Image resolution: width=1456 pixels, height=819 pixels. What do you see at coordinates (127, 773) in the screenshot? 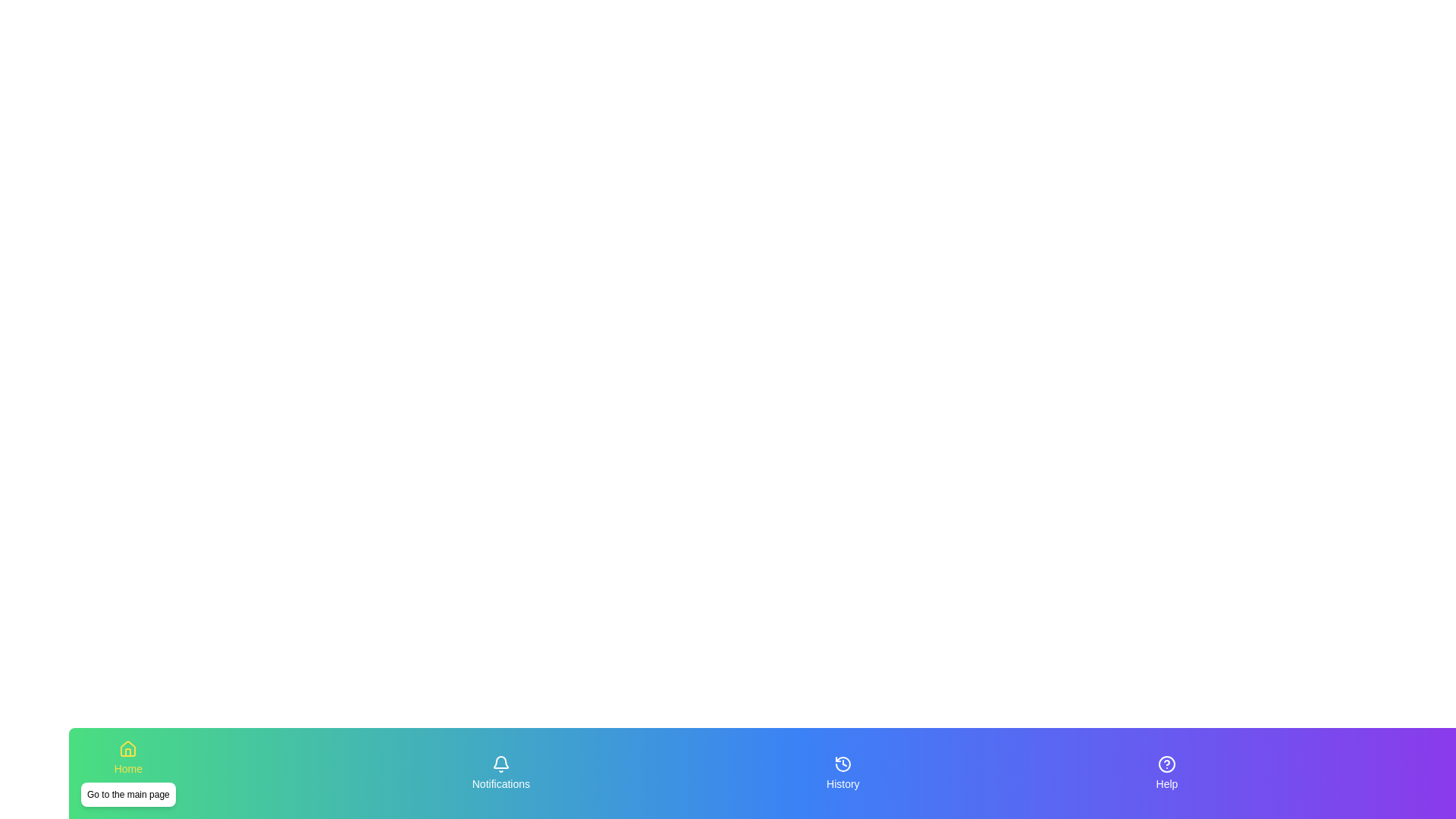
I see `the tab corresponding to Home to navigate to its section` at bounding box center [127, 773].